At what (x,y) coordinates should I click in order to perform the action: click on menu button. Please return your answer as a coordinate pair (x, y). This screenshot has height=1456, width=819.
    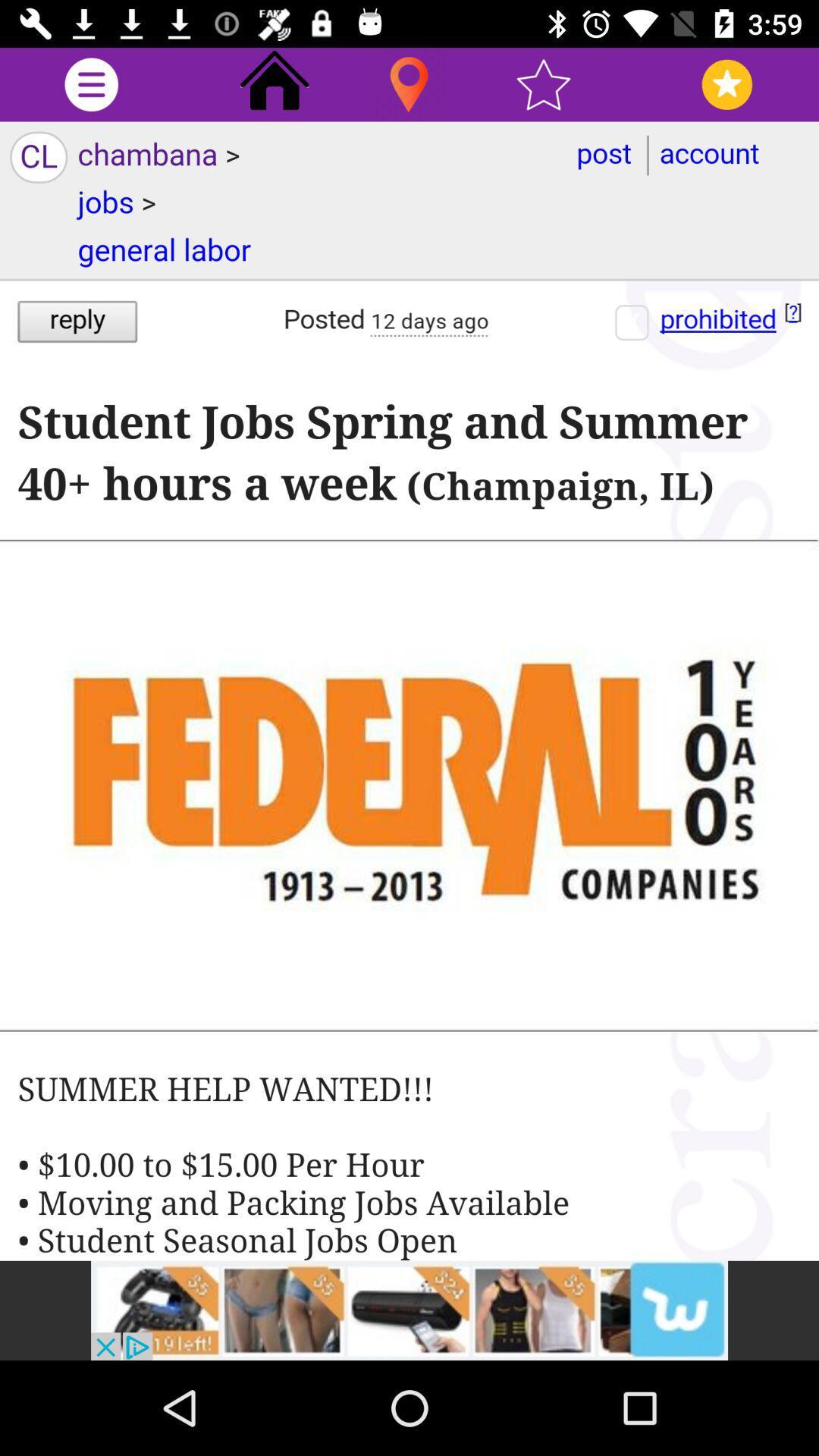
    Looking at the image, I should click on (91, 83).